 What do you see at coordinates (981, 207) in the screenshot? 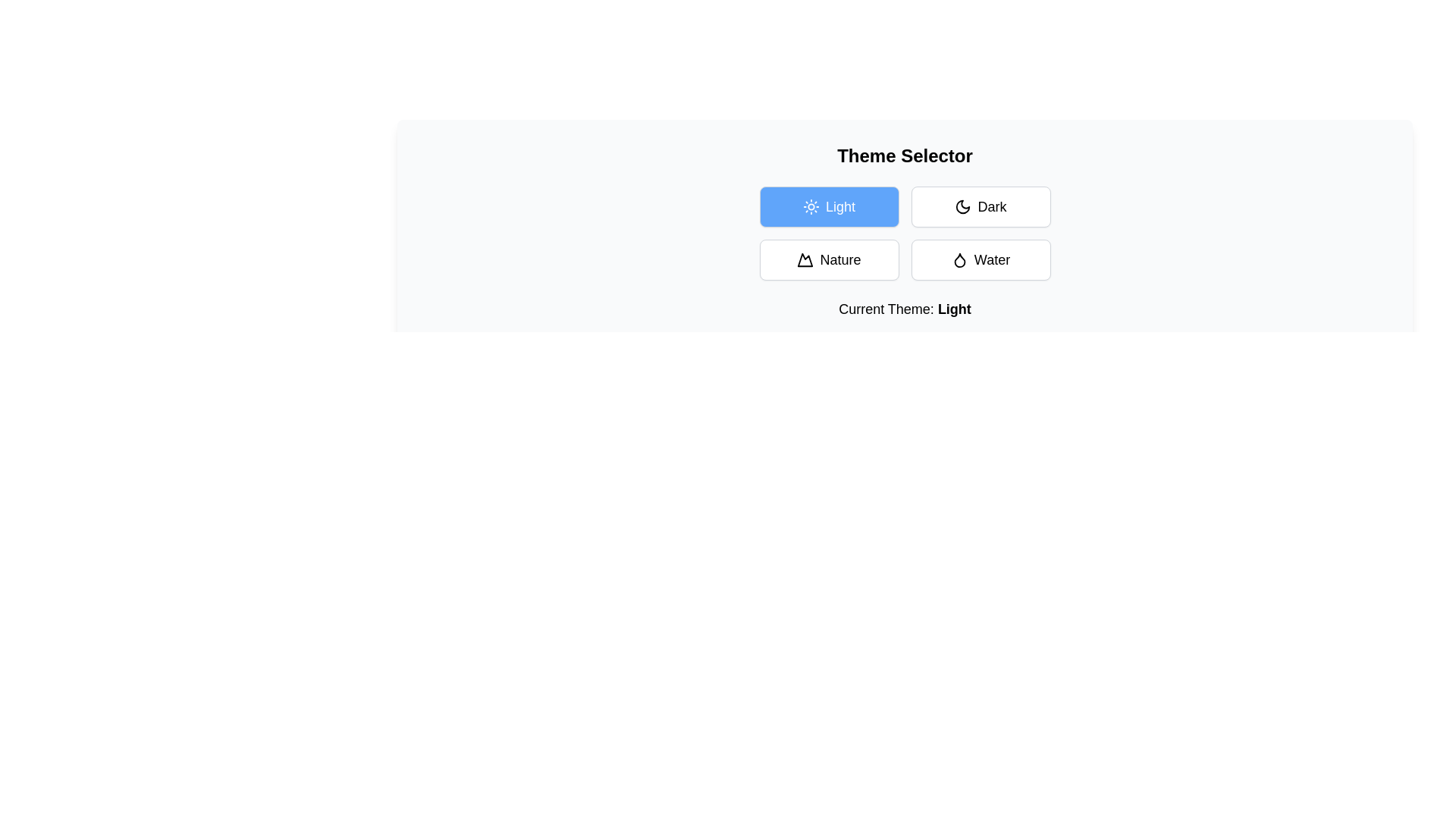
I see `the 'Dark' theme button located at the top-right of the layout to observe any hover effects` at bounding box center [981, 207].